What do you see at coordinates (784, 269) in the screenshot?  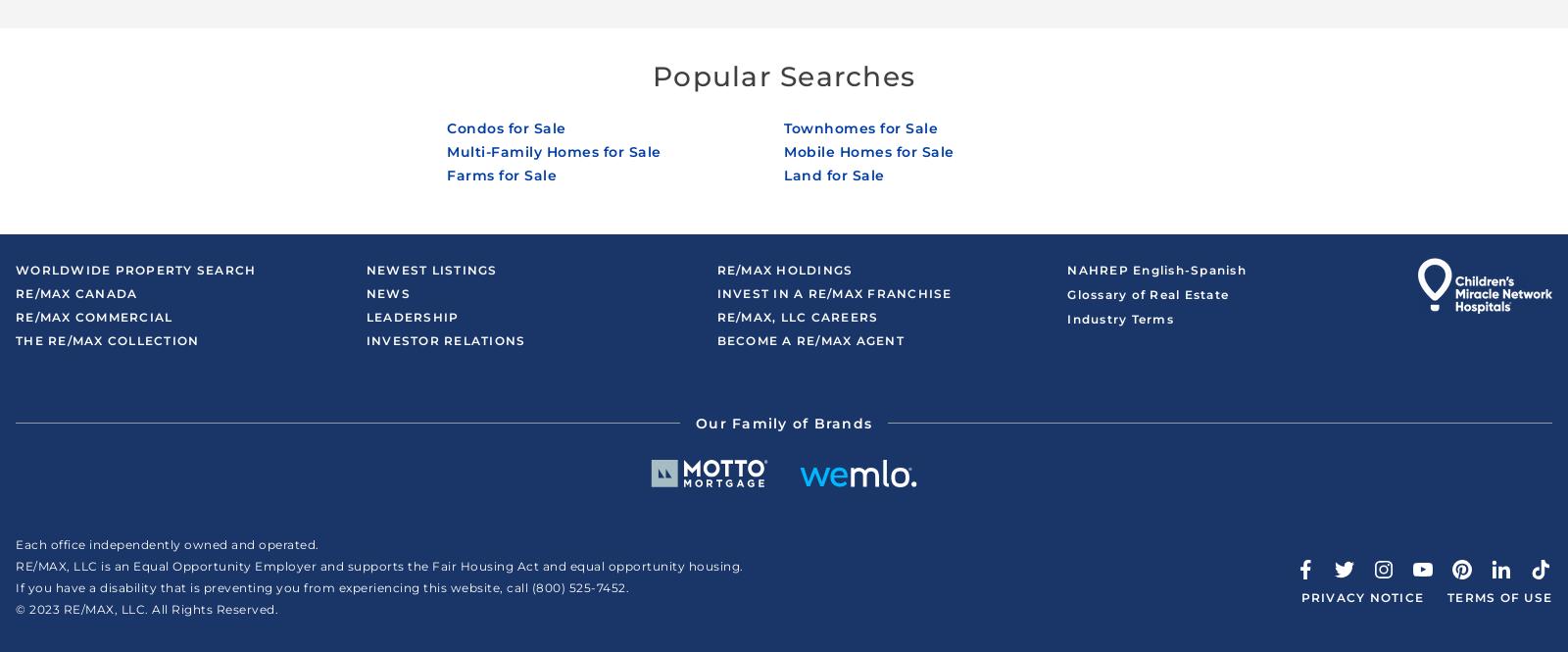 I see `'RE/MAX Holdings'` at bounding box center [784, 269].